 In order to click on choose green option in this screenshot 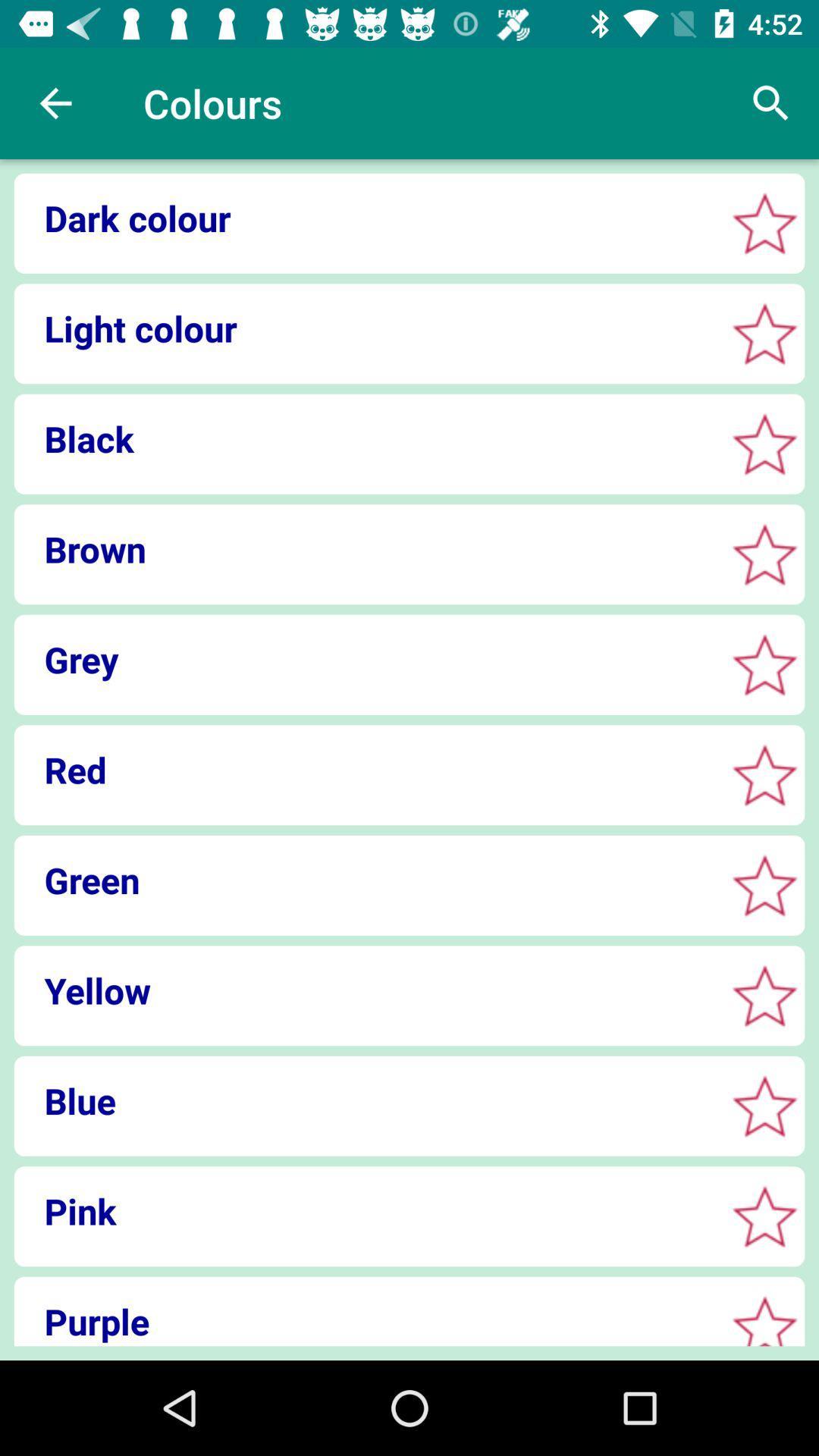, I will do `click(764, 885)`.